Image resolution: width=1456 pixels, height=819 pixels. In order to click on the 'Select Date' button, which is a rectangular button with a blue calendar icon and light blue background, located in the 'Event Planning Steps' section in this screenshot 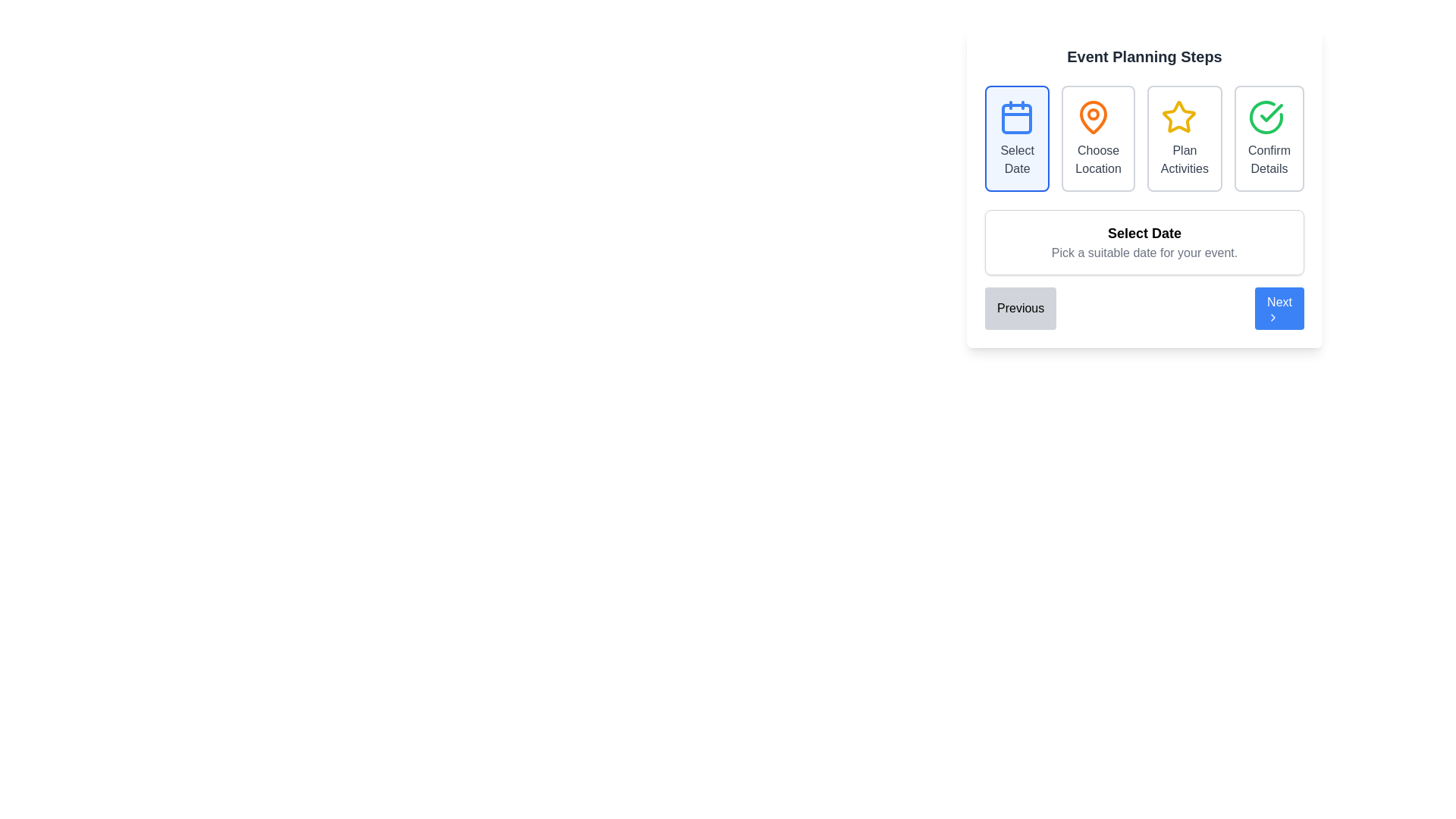, I will do `click(1017, 138)`.